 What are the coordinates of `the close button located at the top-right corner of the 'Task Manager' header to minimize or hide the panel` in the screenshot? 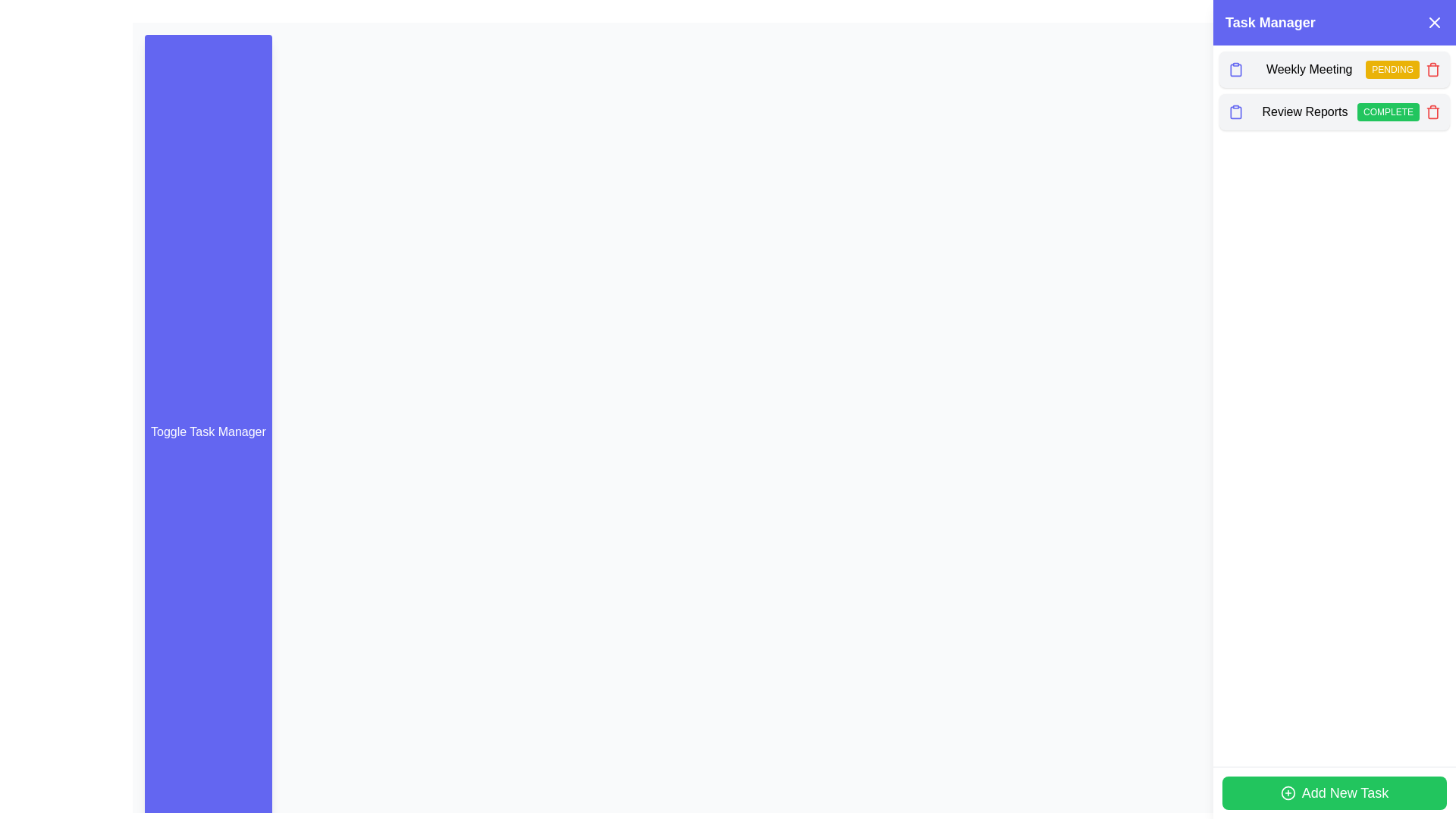 It's located at (1433, 23).